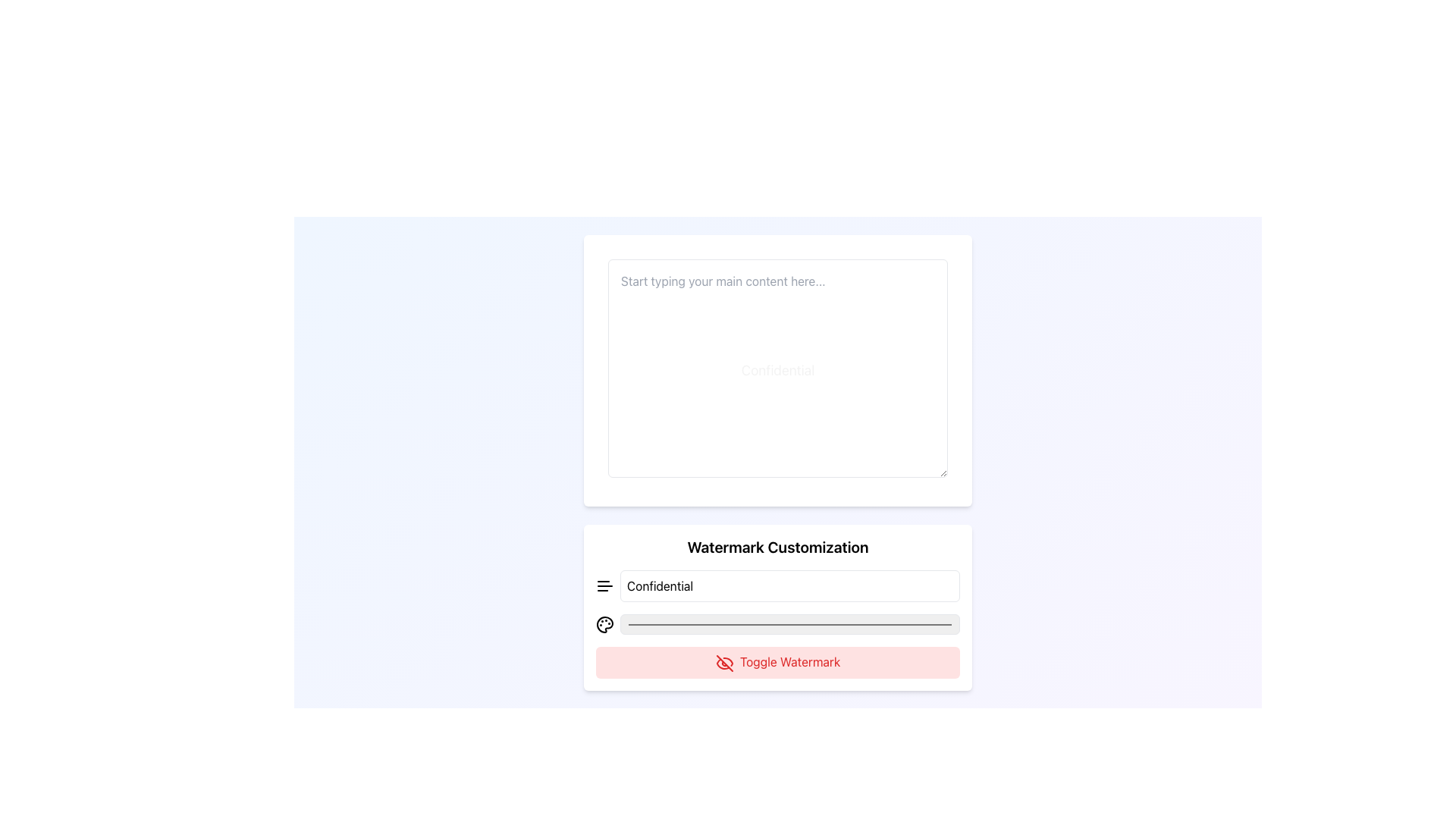 This screenshot has width=1456, height=819. Describe the element at coordinates (902, 624) in the screenshot. I see `the color slider` at that location.